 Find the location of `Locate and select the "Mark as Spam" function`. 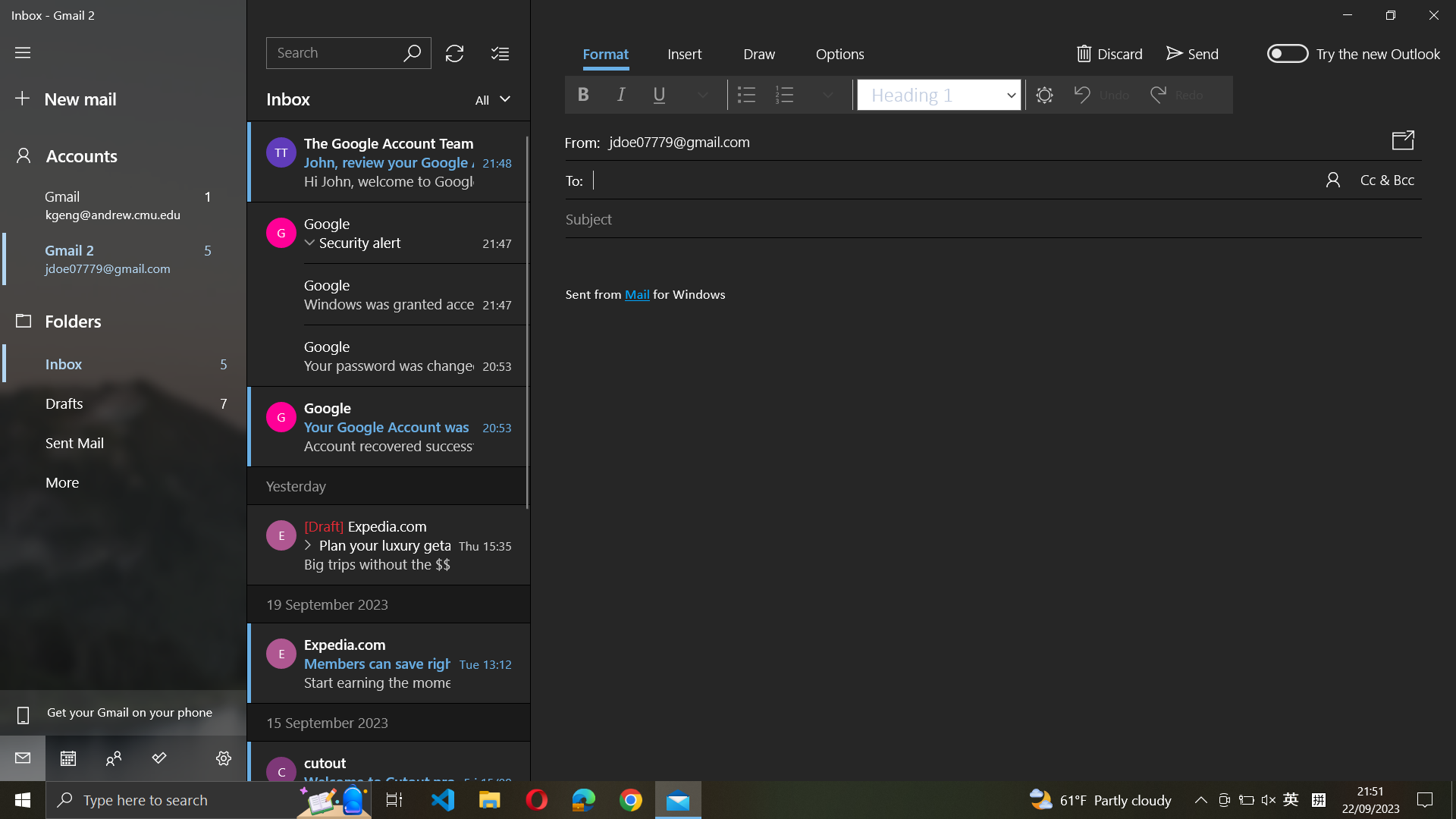

Locate and select the "Mark as Spam" function is located at coordinates (839, 55).